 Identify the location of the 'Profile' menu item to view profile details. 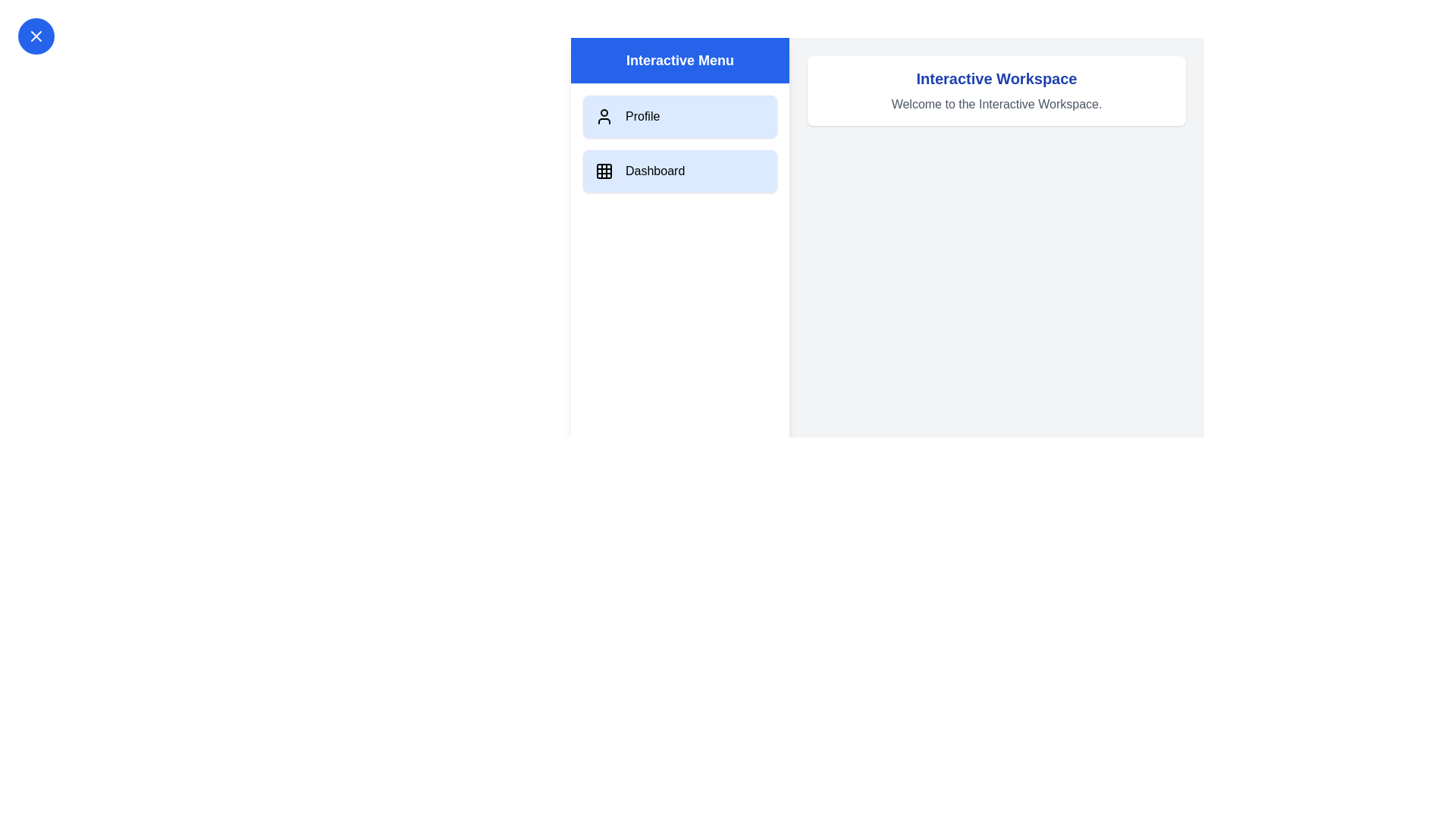
(679, 116).